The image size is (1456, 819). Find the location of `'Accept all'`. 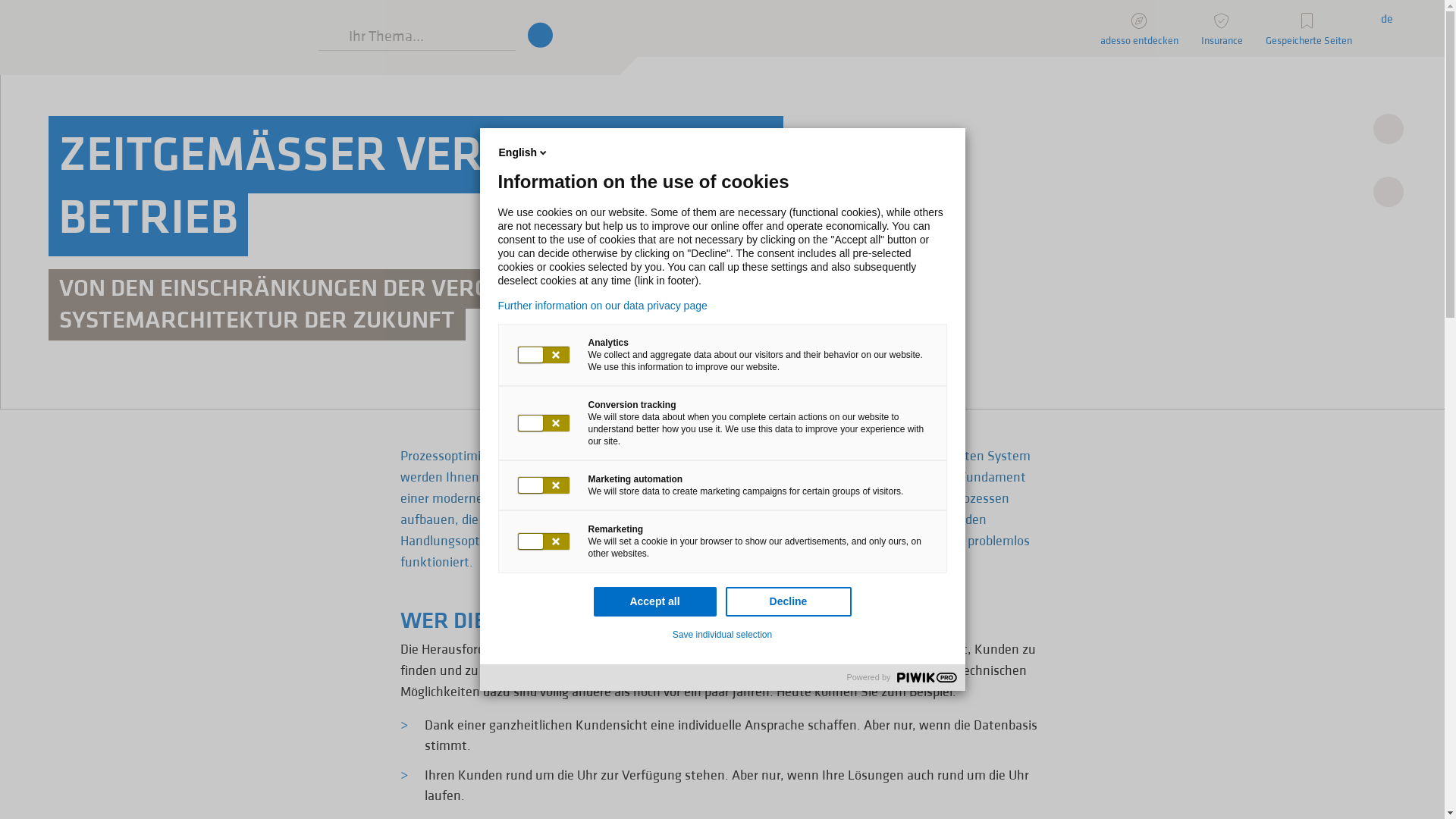

'Accept all' is located at coordinates (654, 601).